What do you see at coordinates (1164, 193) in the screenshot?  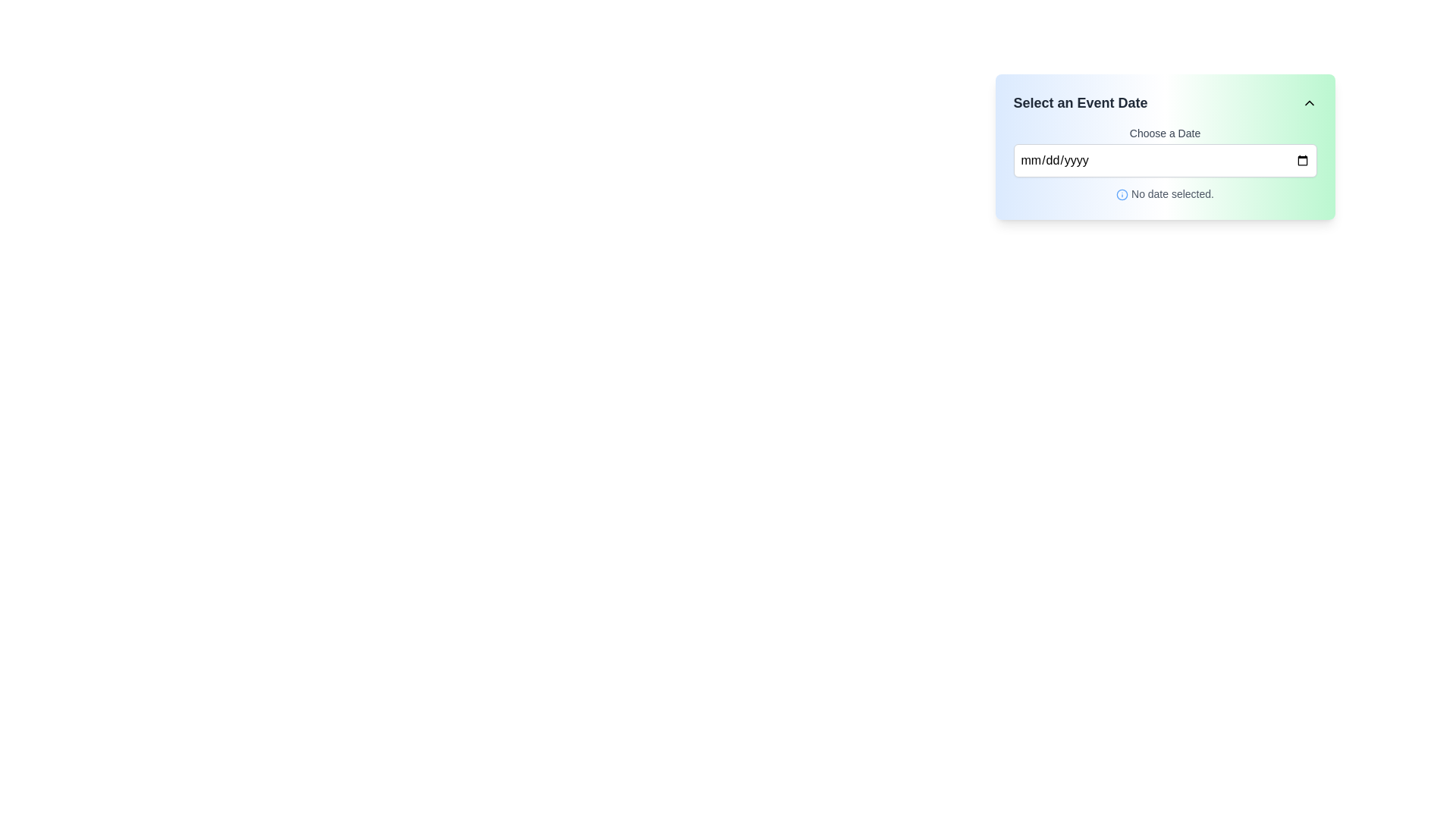 I see `the label displaying 'No date selected.' which is styled in gray and located below the date input field` at bounding box center [1164, 193].